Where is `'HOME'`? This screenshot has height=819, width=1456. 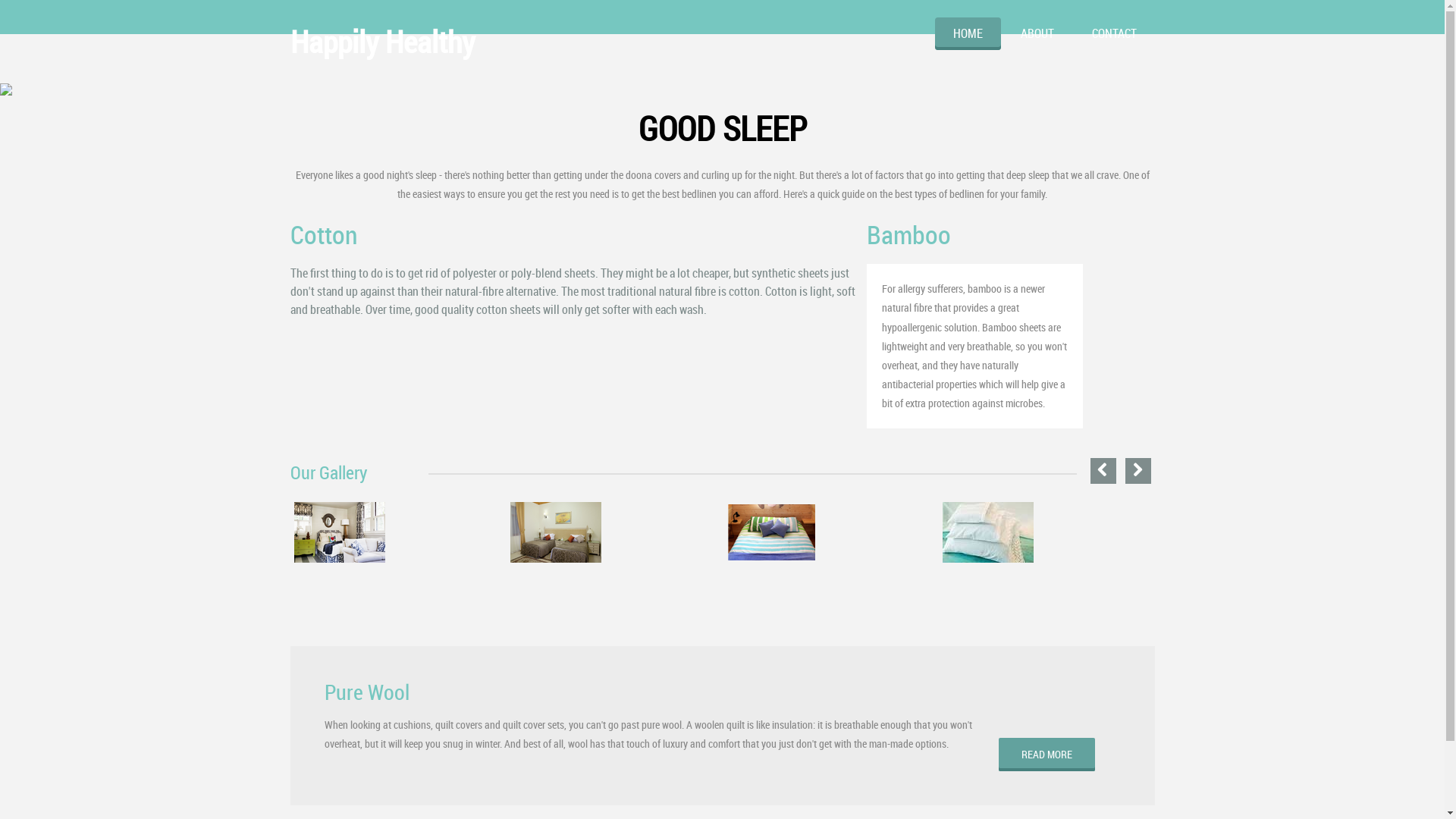
'HOME' is located at coordinates (934, 33).